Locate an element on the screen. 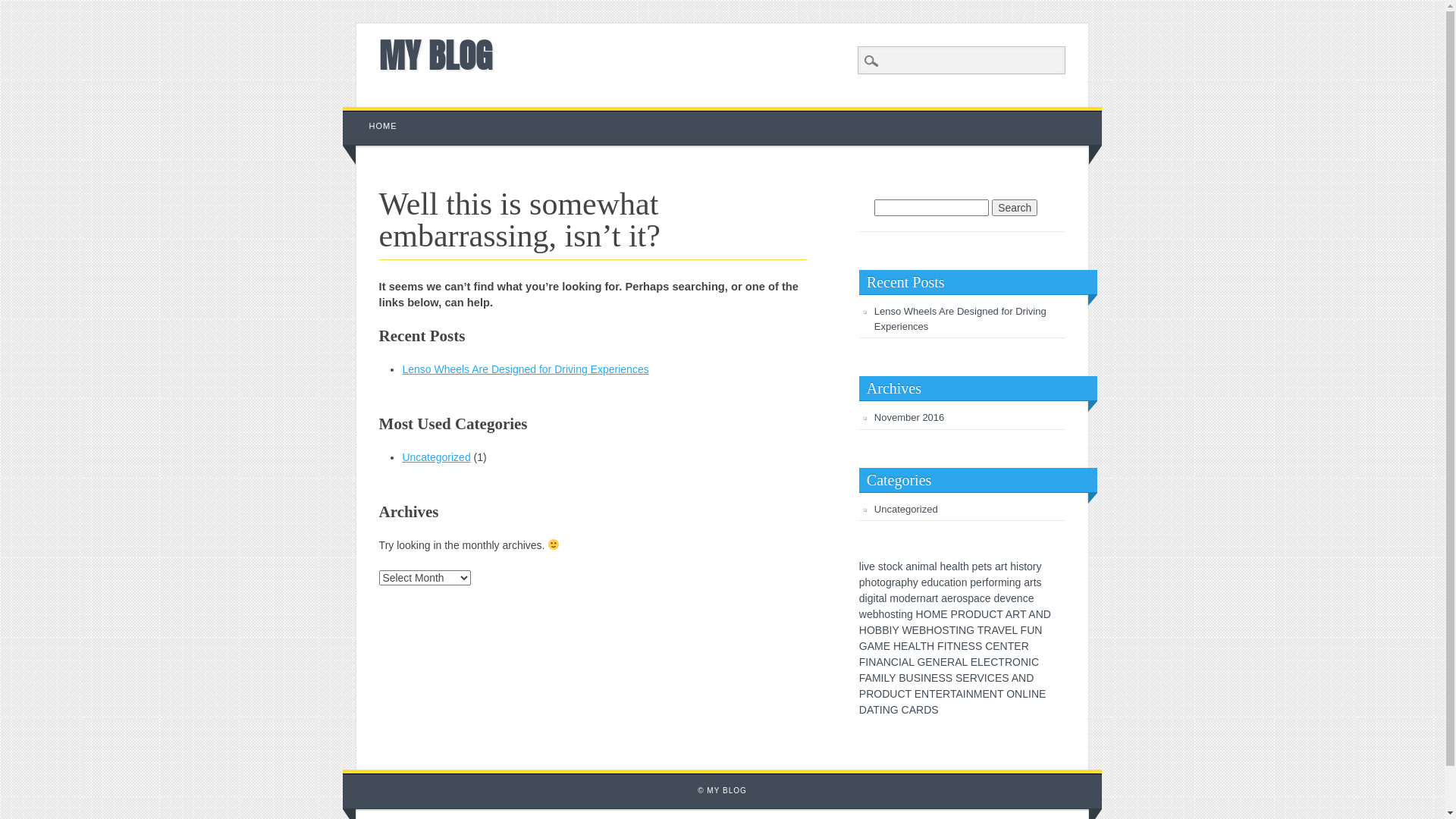 Image resolution: width=1456 pixels, height=819 pixels. 'E' is located at coordinates (886, 646).